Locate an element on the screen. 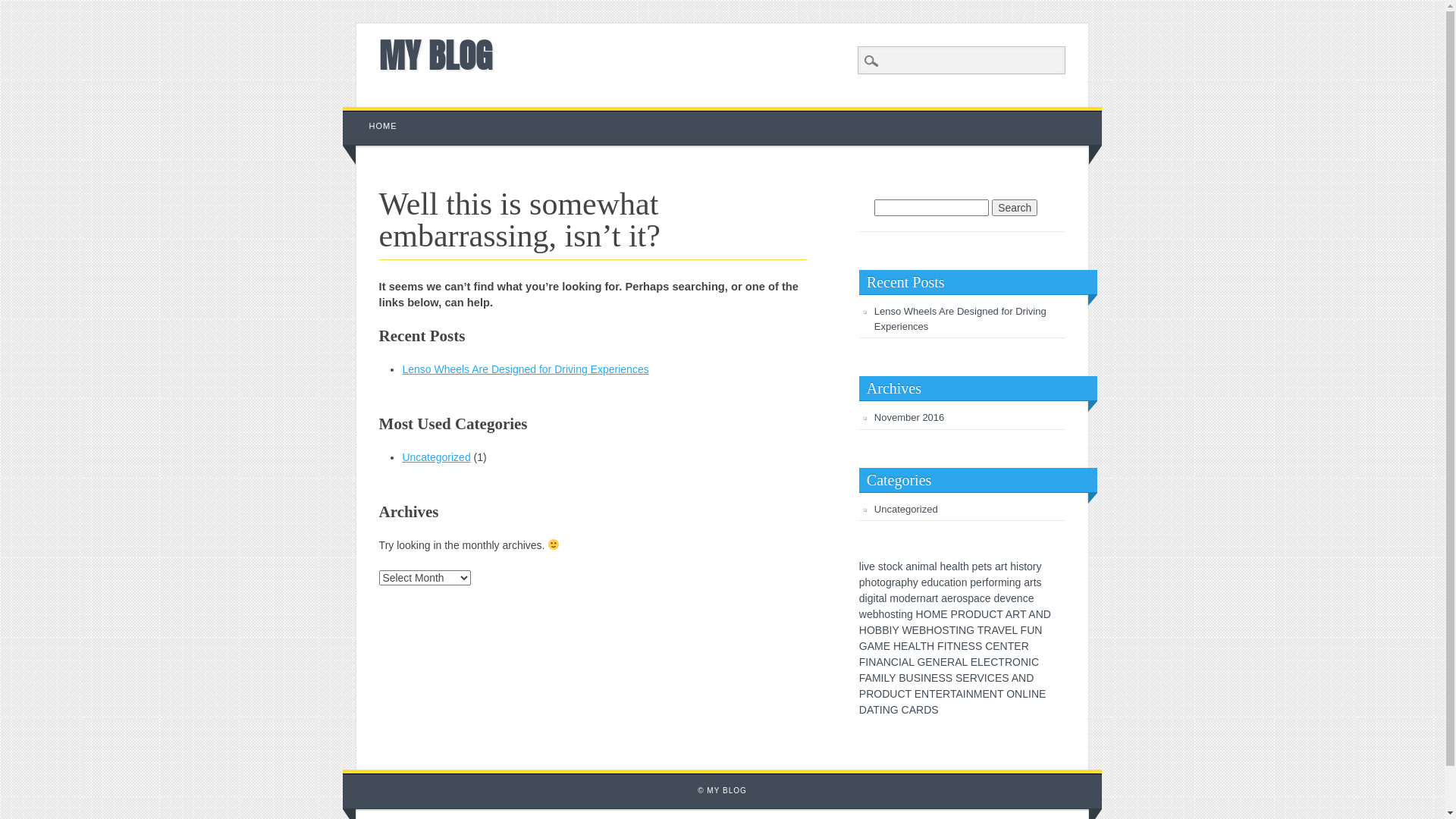 Image resolution: width=1456 pixels, height=819 pixels. 'E' is located at coordinates (886, 646).